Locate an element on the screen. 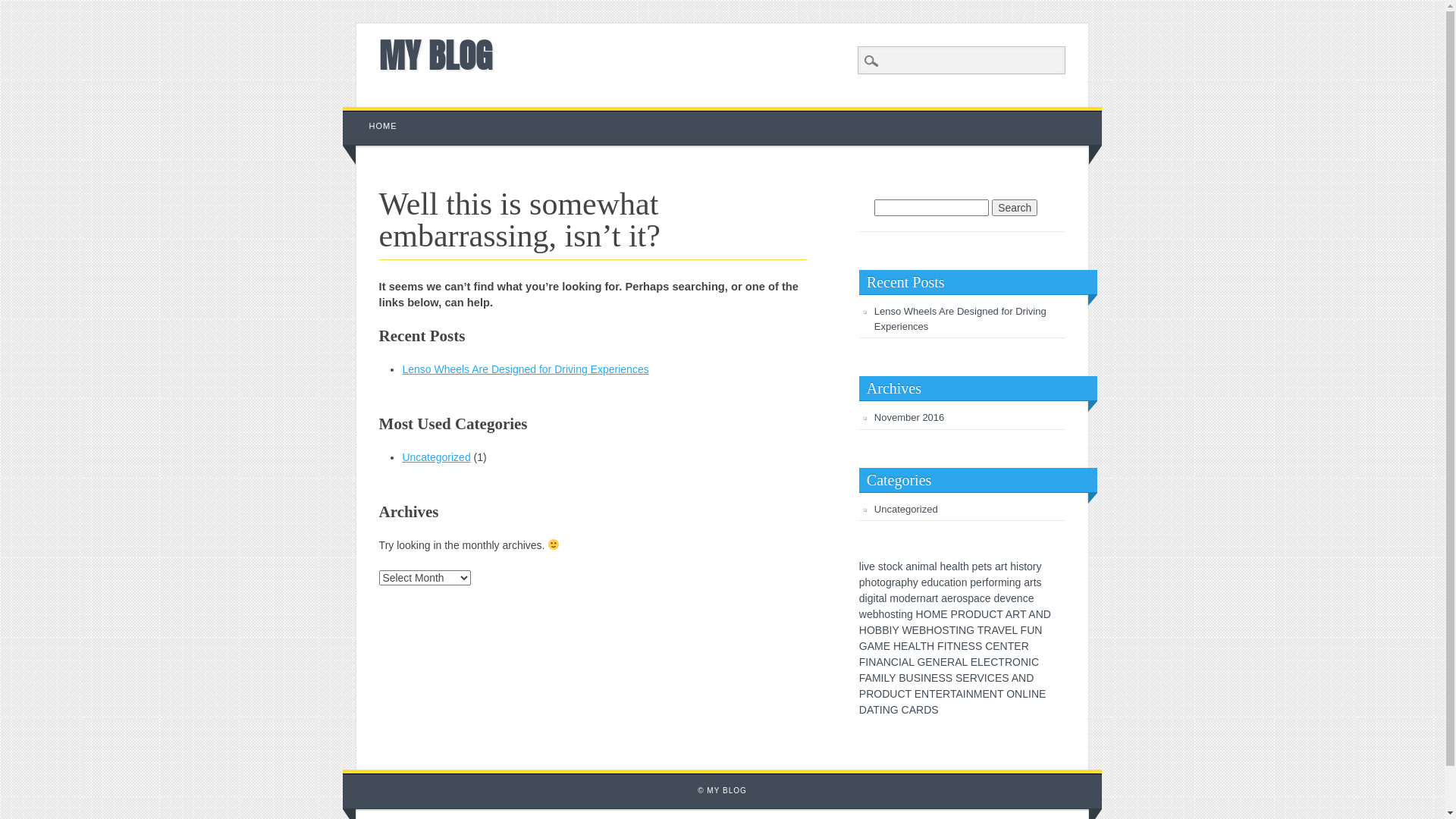 Image resolution: width=1456 pixels, height=819 pixels. 'E' is located at coordinates (886, 646).